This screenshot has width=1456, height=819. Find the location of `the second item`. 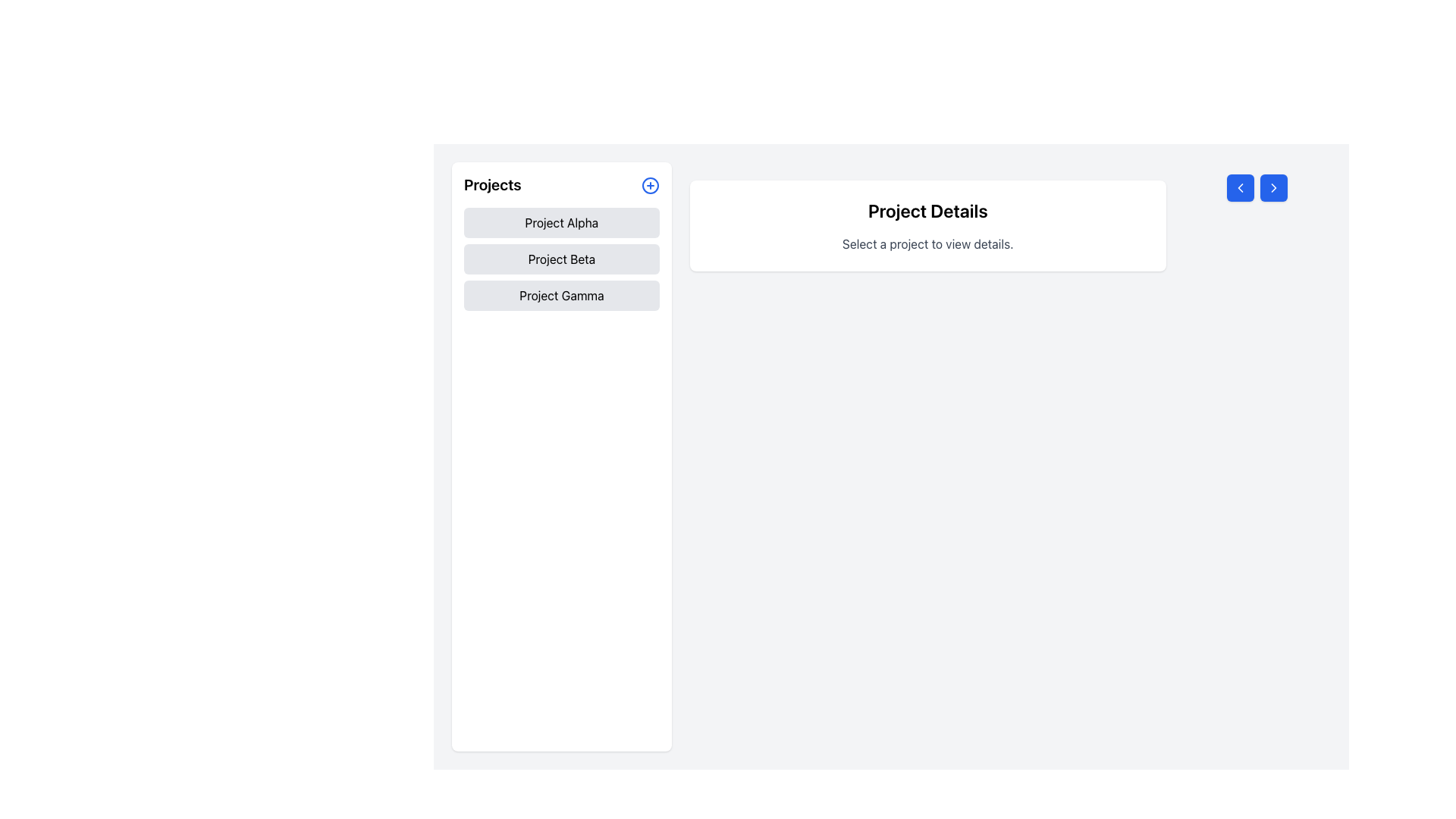

the second item is located at coordinates (560, 259).